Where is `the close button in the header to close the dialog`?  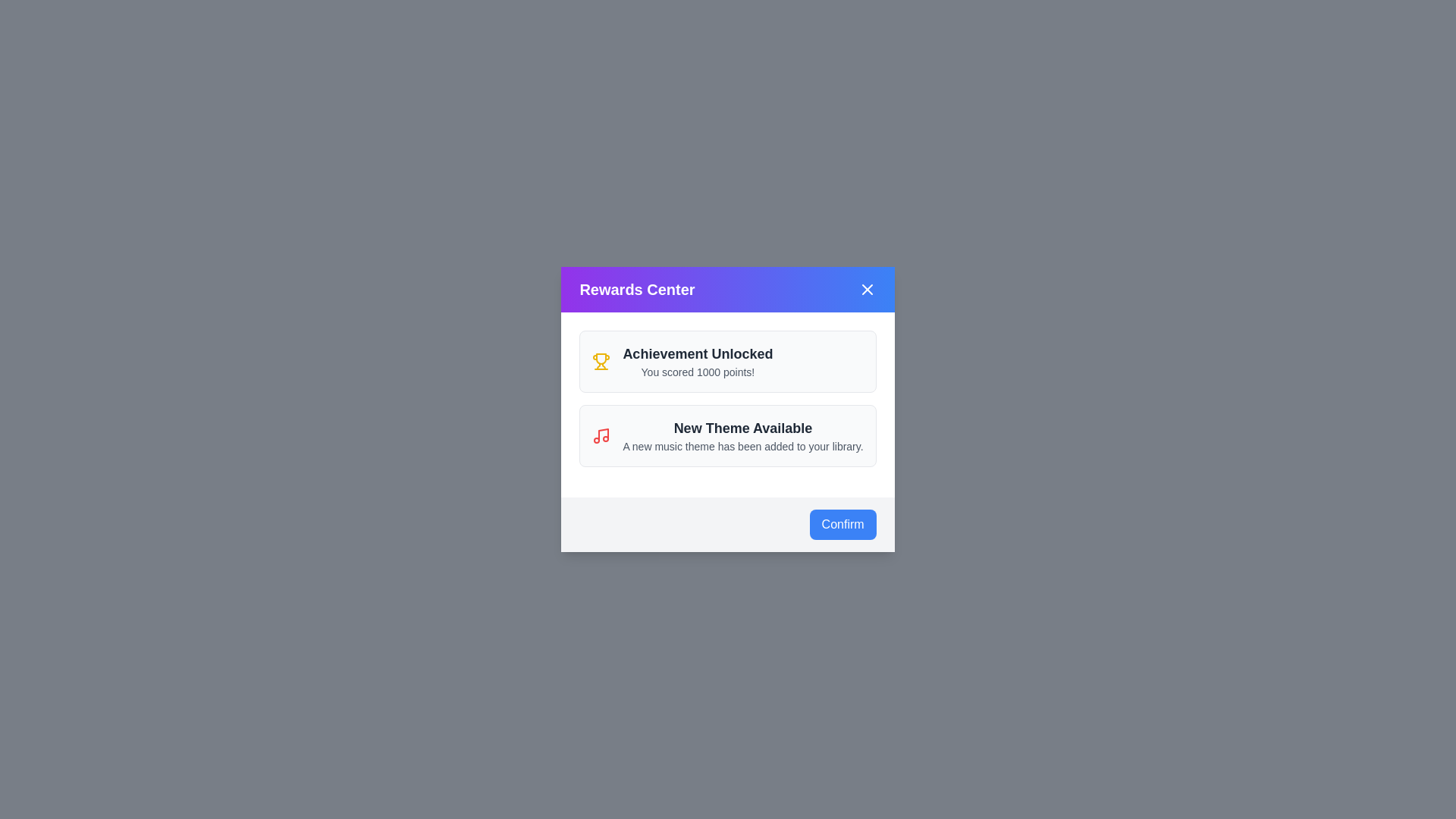 the close button in the header to close the dialog is located at coordinates (867, 289).